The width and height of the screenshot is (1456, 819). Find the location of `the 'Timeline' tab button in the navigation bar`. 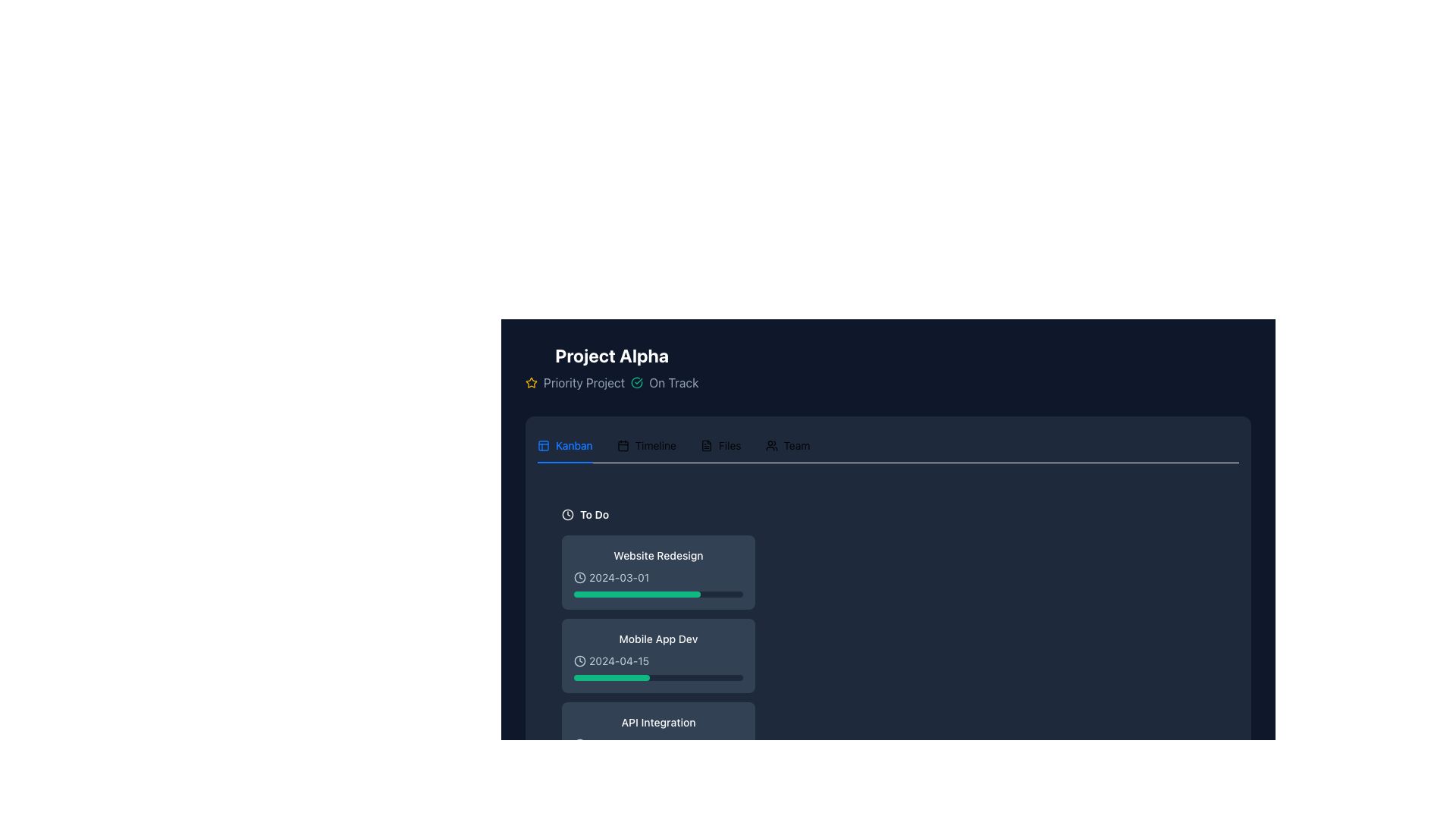

the 'Timeline' tab button in the navigation bar is located at coordinates (646, 444).